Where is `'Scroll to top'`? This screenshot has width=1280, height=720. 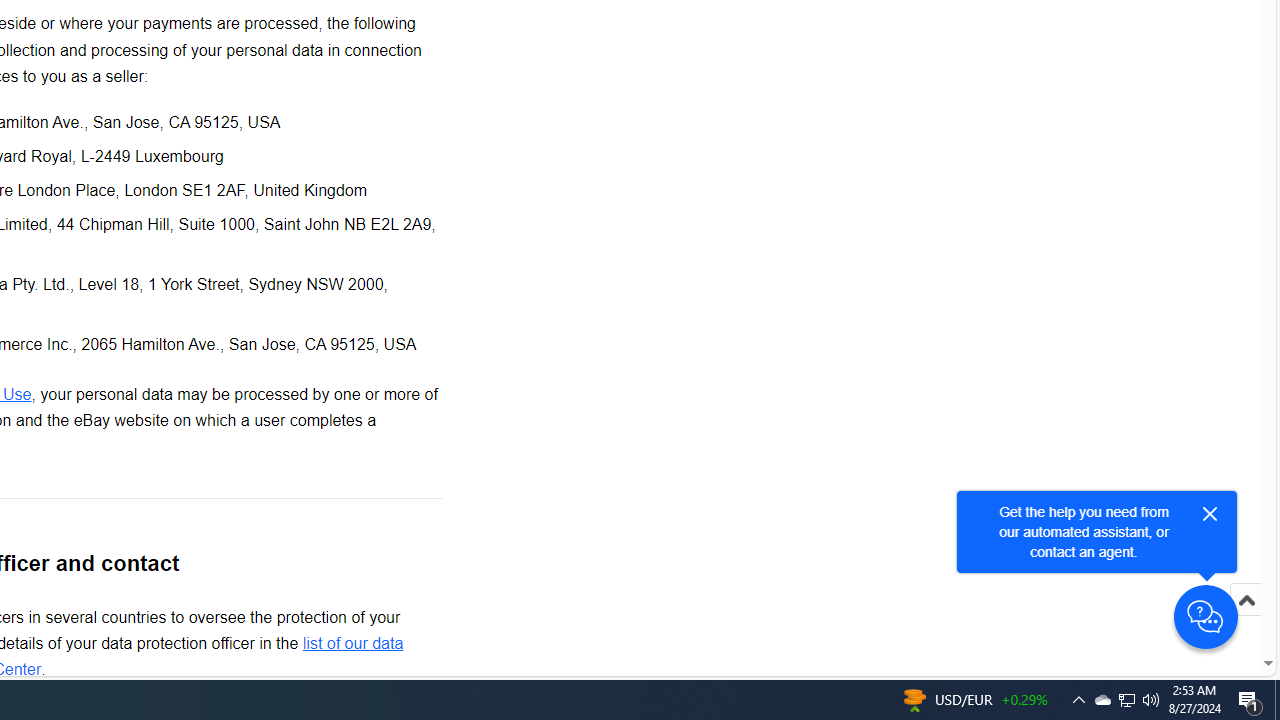
'Scroll to top' is located at coordinates (1245, 598).